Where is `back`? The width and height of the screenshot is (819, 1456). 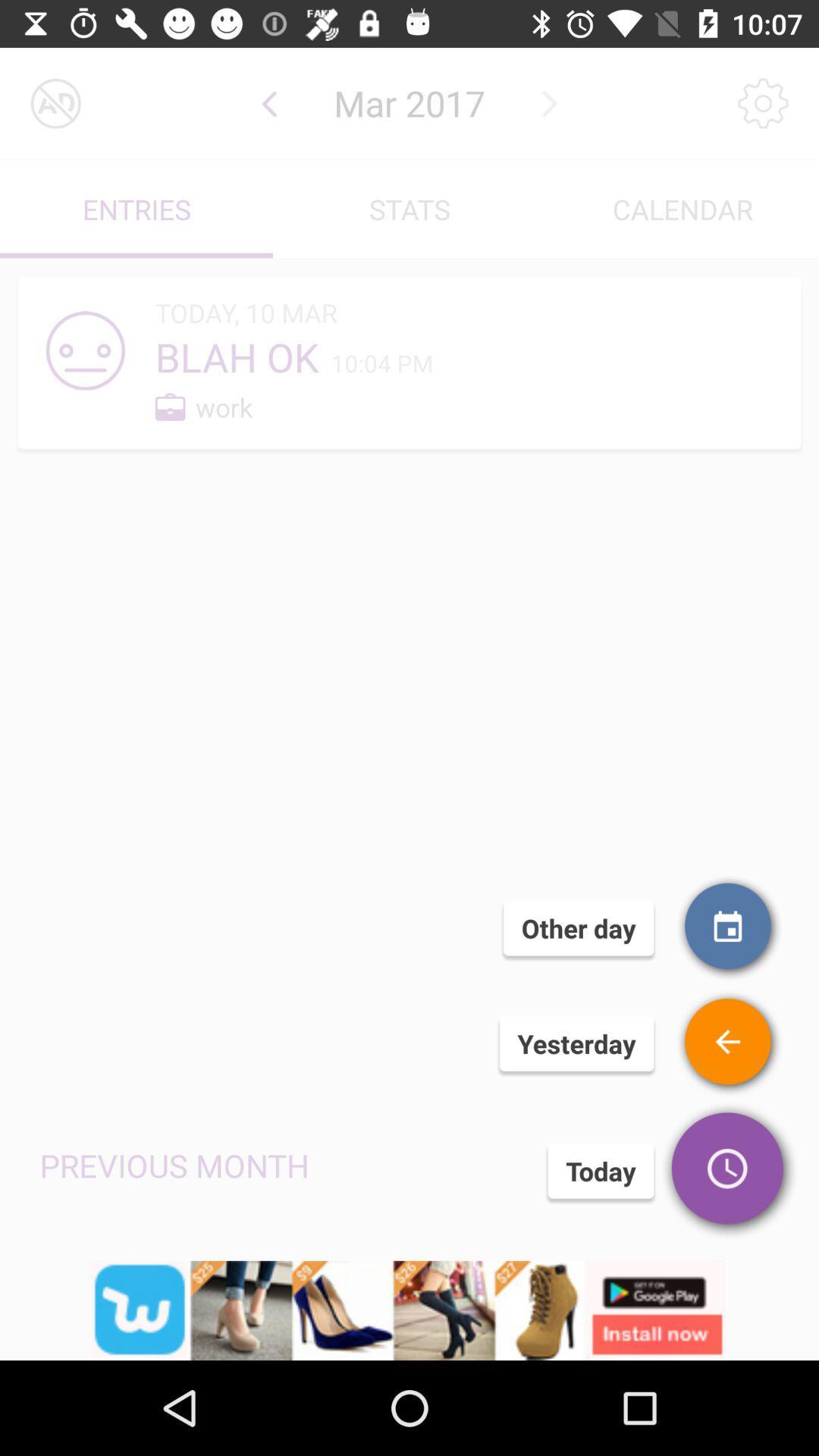
back is located at coordinates (268, 102).